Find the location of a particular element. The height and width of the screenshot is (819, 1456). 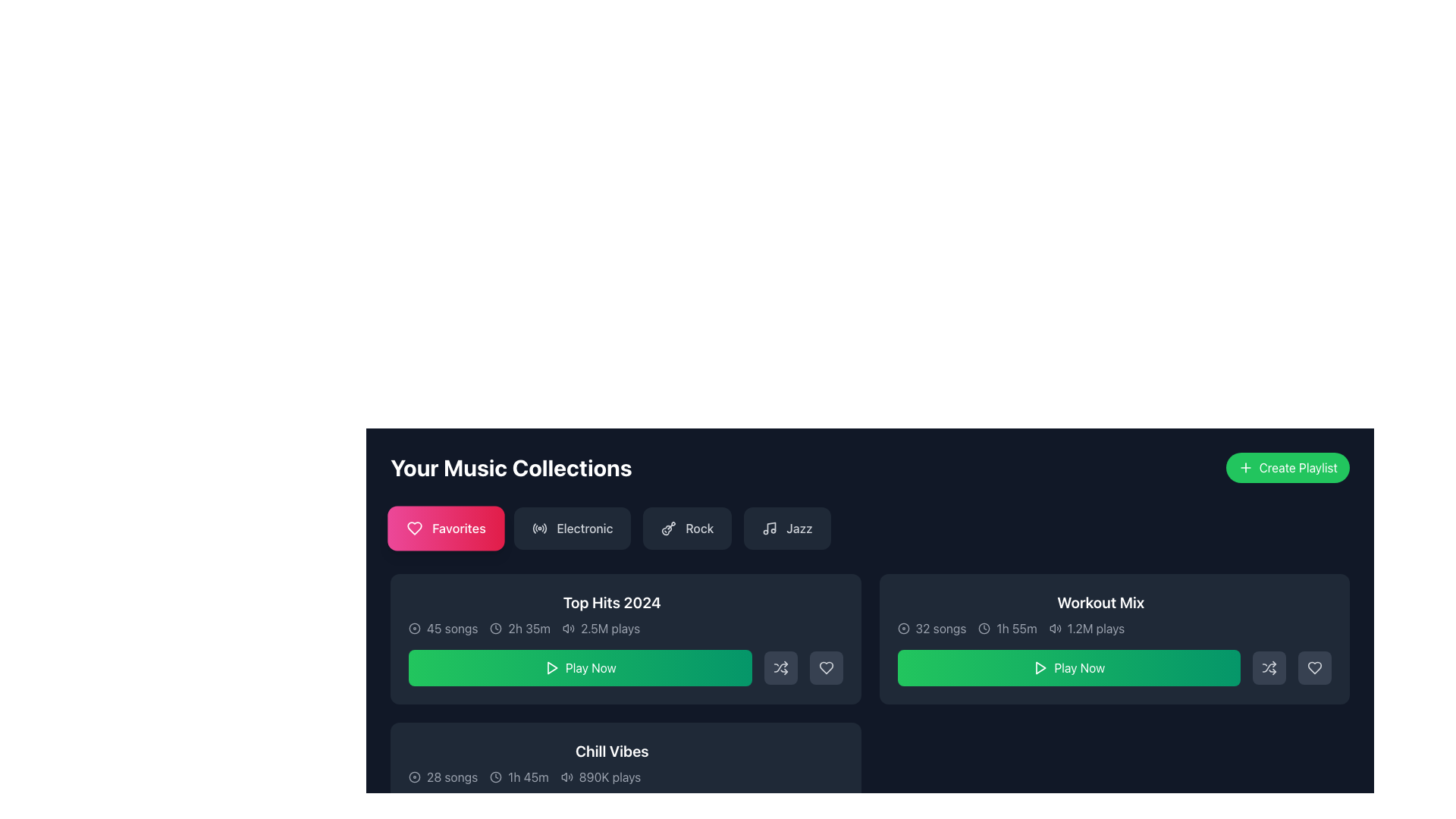

the sound waves icon, which is the first icon in a horizontal collection, indicating volume or audio functionality is located at coordinates (566, 777).